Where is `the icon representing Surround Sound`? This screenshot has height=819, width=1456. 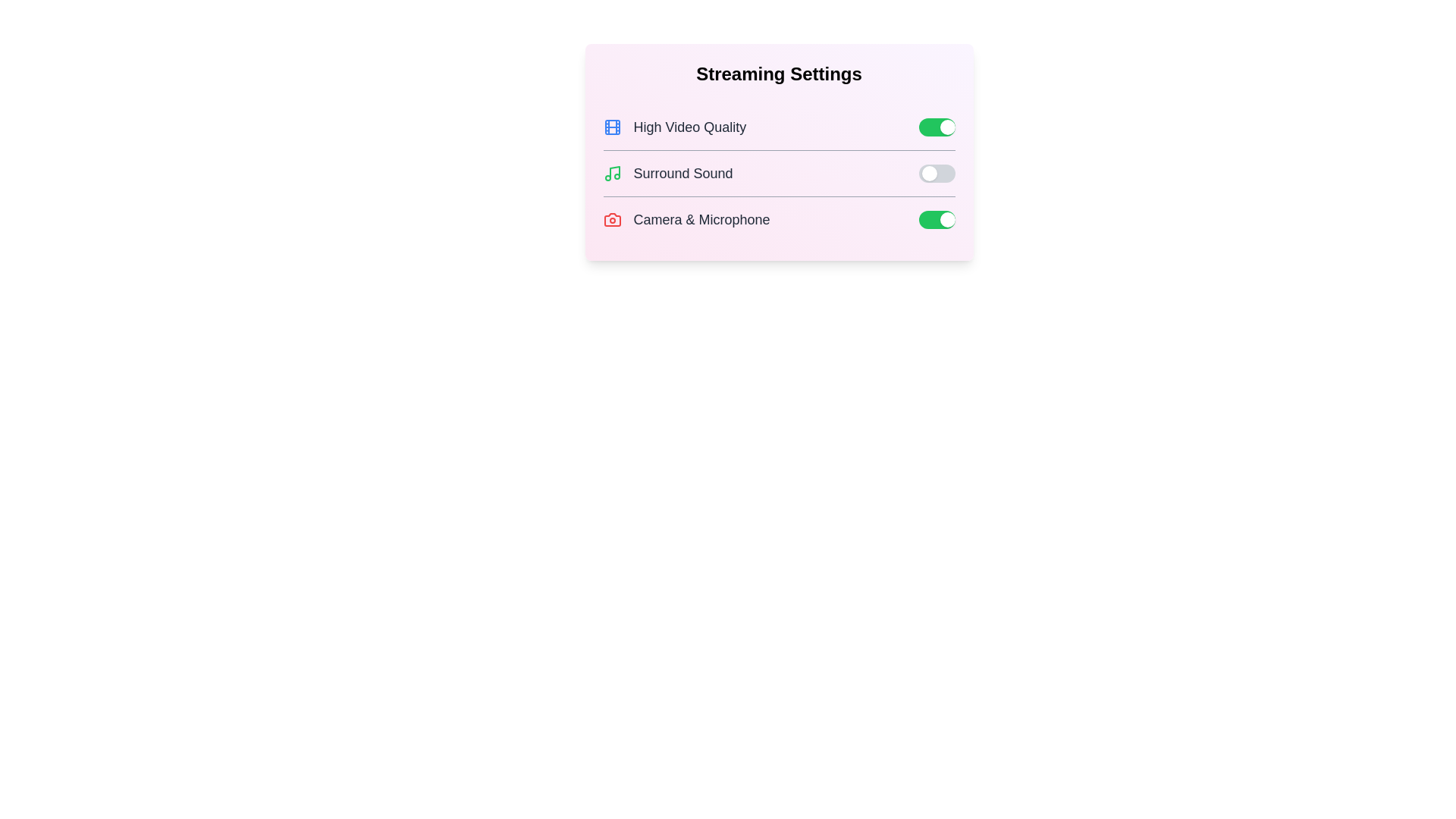
the icon representing Surround Sound is located at coordinates (612, 172).